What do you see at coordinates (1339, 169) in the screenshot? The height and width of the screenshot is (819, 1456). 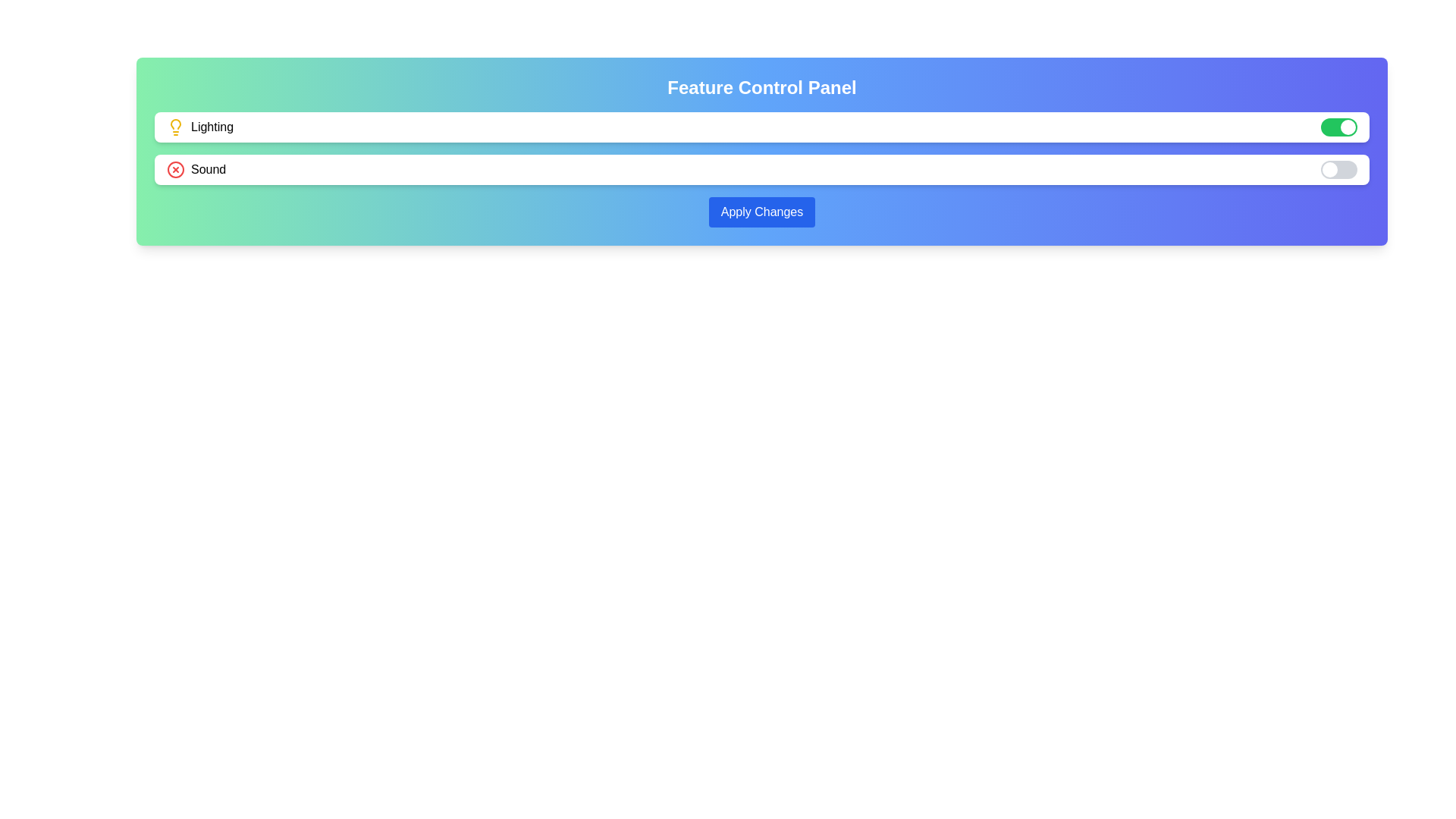 I see `the toggle switch for the 'Sound' feature to change its state between on and off` at bounding box center [1339, 169].